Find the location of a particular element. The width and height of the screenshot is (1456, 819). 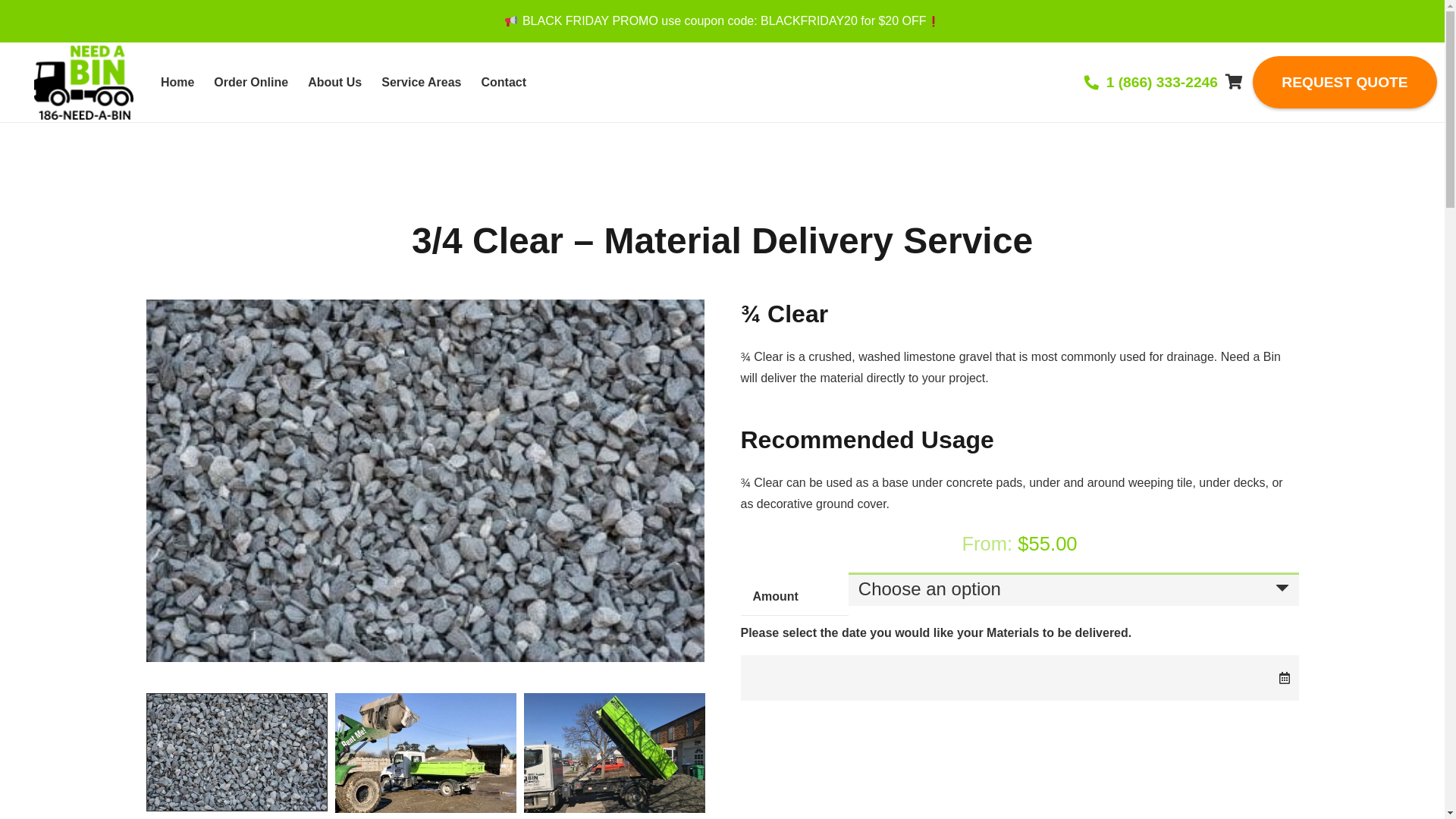

'1 (866) 333-2246' is located at coordinates (1150, 82).